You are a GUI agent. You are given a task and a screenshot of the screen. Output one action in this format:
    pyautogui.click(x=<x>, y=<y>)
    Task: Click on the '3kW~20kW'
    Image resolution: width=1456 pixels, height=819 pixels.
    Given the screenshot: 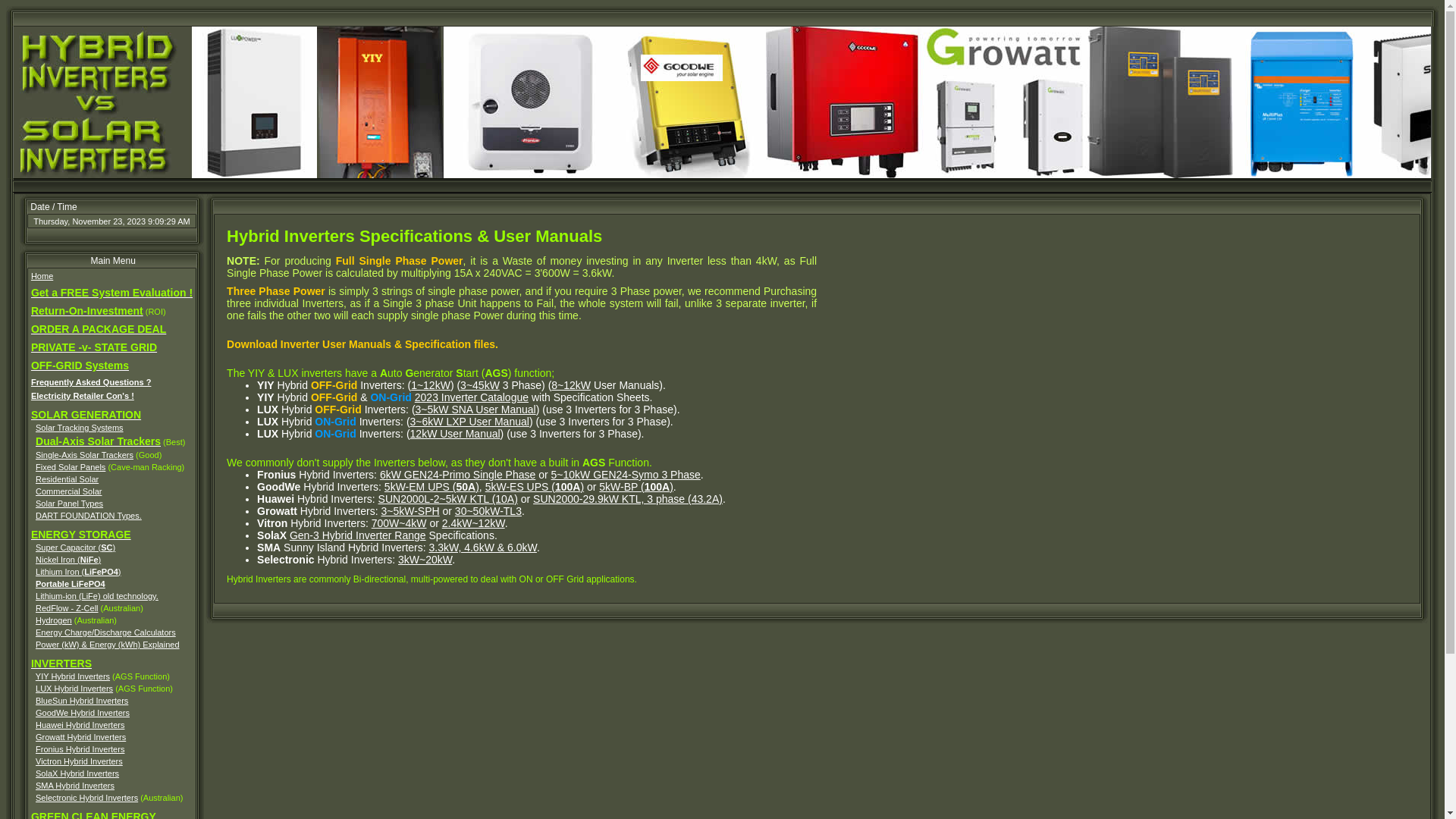 What is the action you would take?
    pyautogui.click(x=425, y=559)
    